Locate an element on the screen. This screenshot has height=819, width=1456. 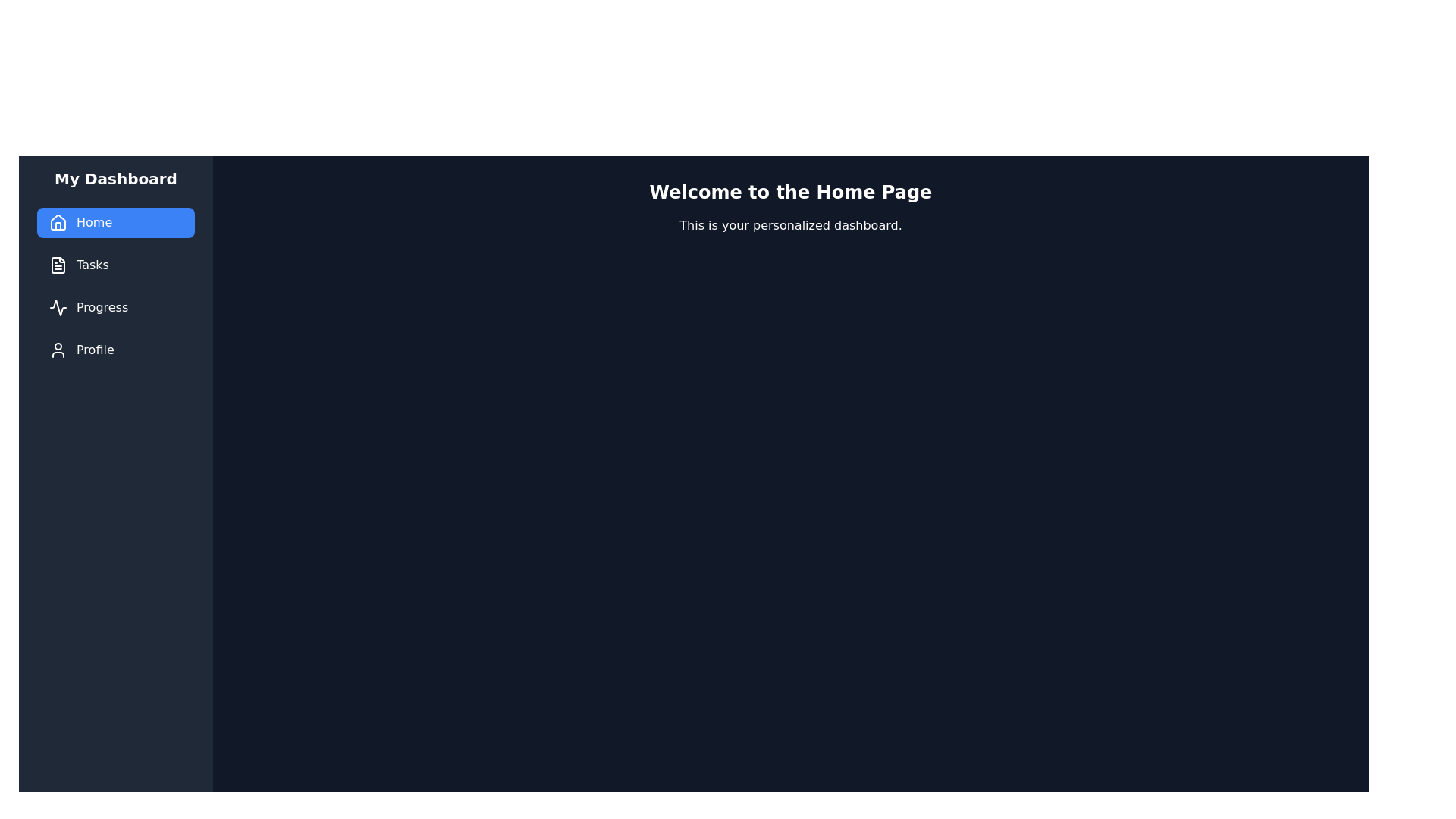
the 'Profile' text label in the sidebar menu is located at coordinates (94, 350).